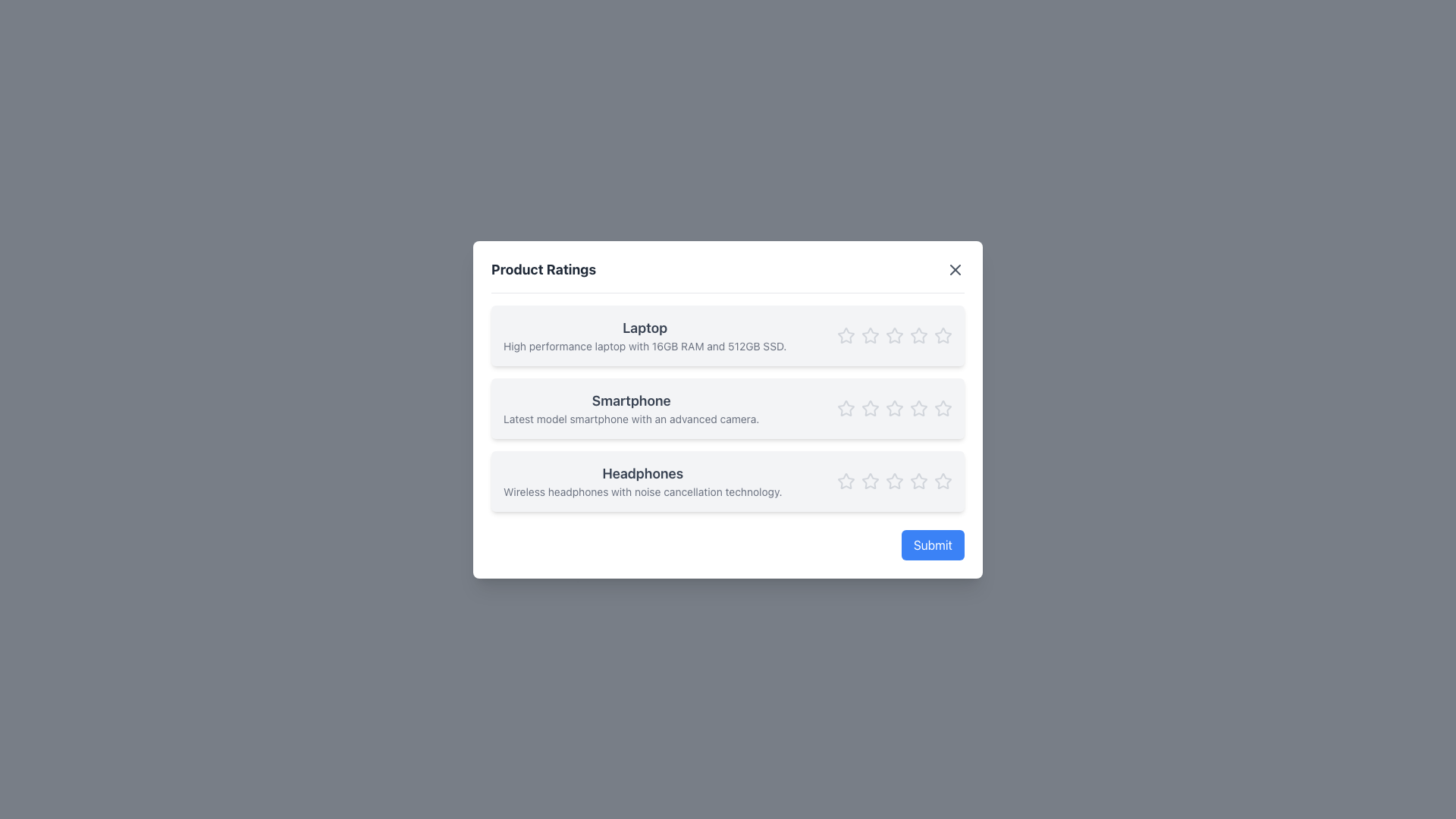 This screenshot has width=1456, height=819. I want to click on the third star icon in a horizontal array of five stars, located below the 'Headphones' description, so click(895, 481).